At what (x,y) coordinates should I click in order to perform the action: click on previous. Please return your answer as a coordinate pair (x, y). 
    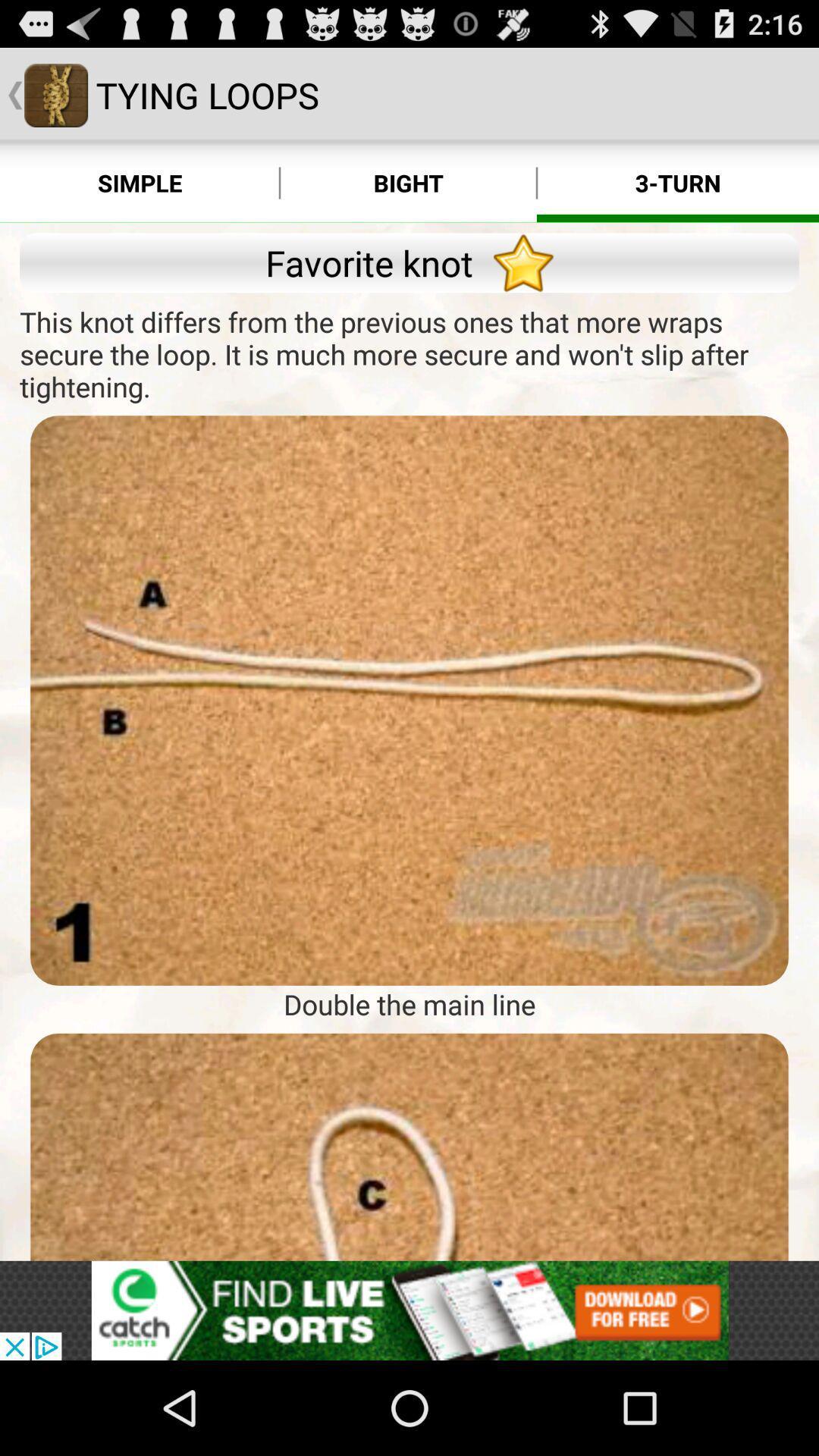
    Looking at the image, I should click on (409, 1147).